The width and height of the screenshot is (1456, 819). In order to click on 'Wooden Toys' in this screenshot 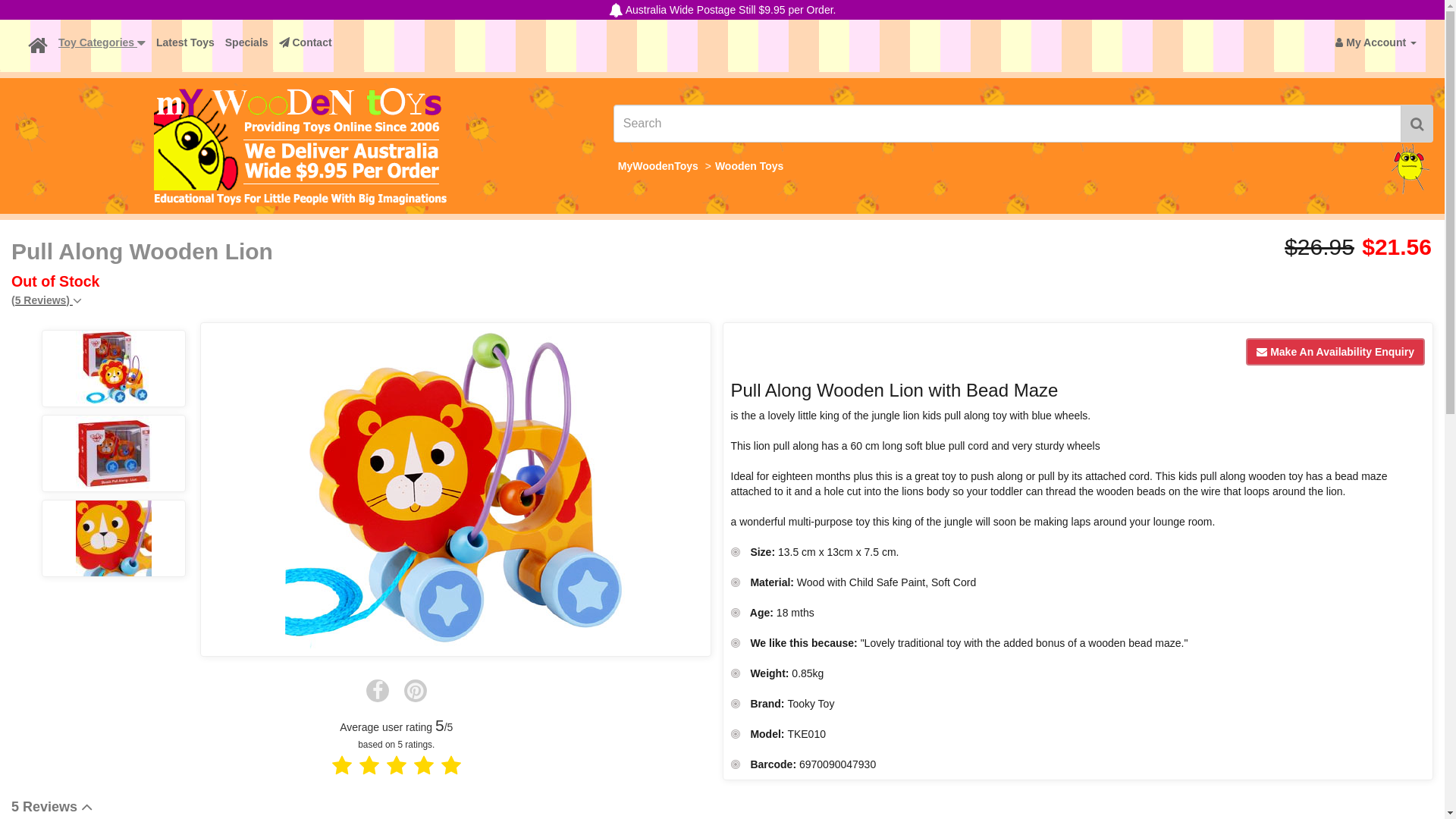, I will do `click(749, 166)`.